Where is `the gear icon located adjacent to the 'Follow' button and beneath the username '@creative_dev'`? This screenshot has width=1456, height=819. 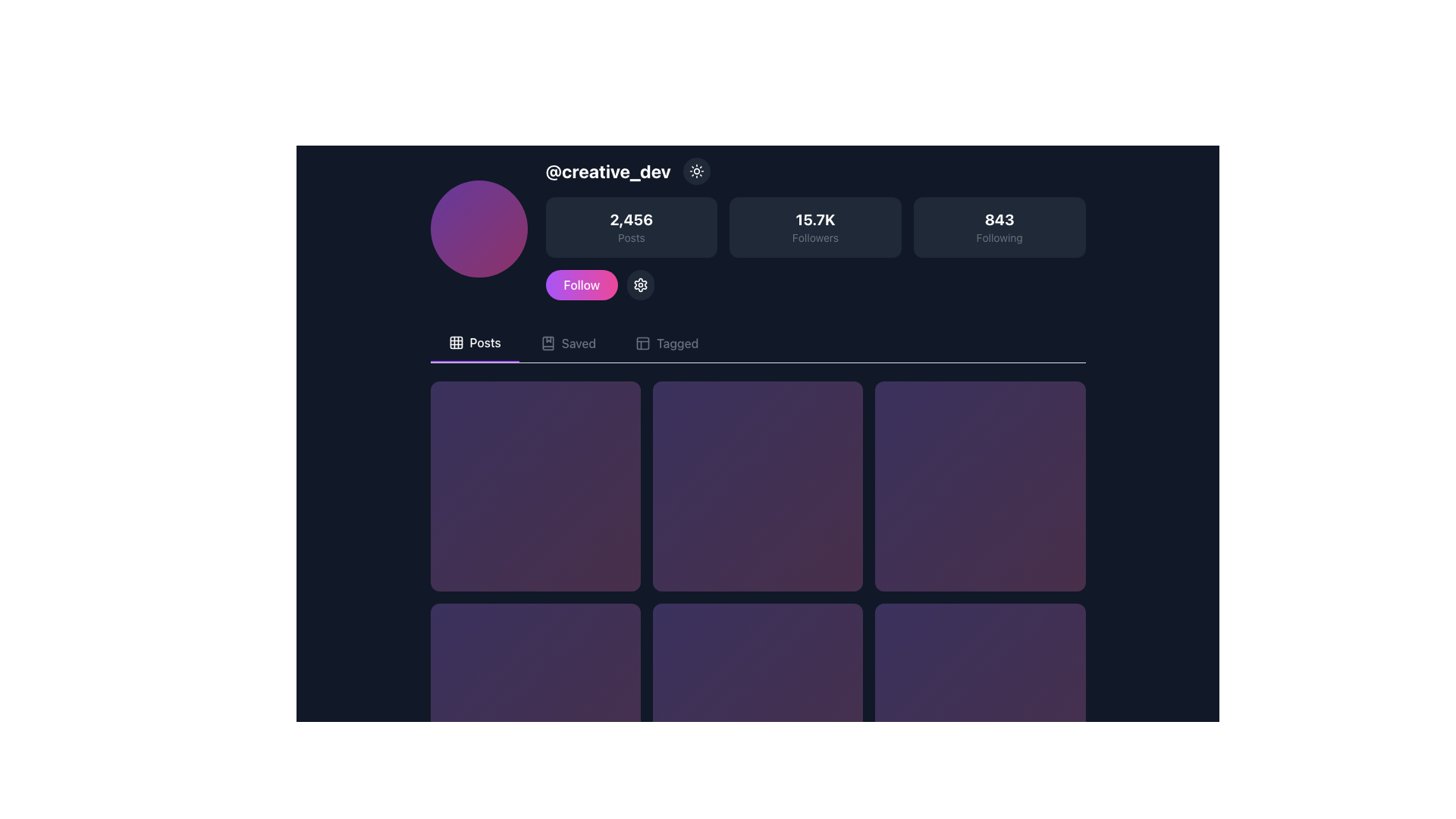
the gear icon located adjacent to the 'Follow' button and beneath the username '@creative_dev' is located at coordinates (641, 284).